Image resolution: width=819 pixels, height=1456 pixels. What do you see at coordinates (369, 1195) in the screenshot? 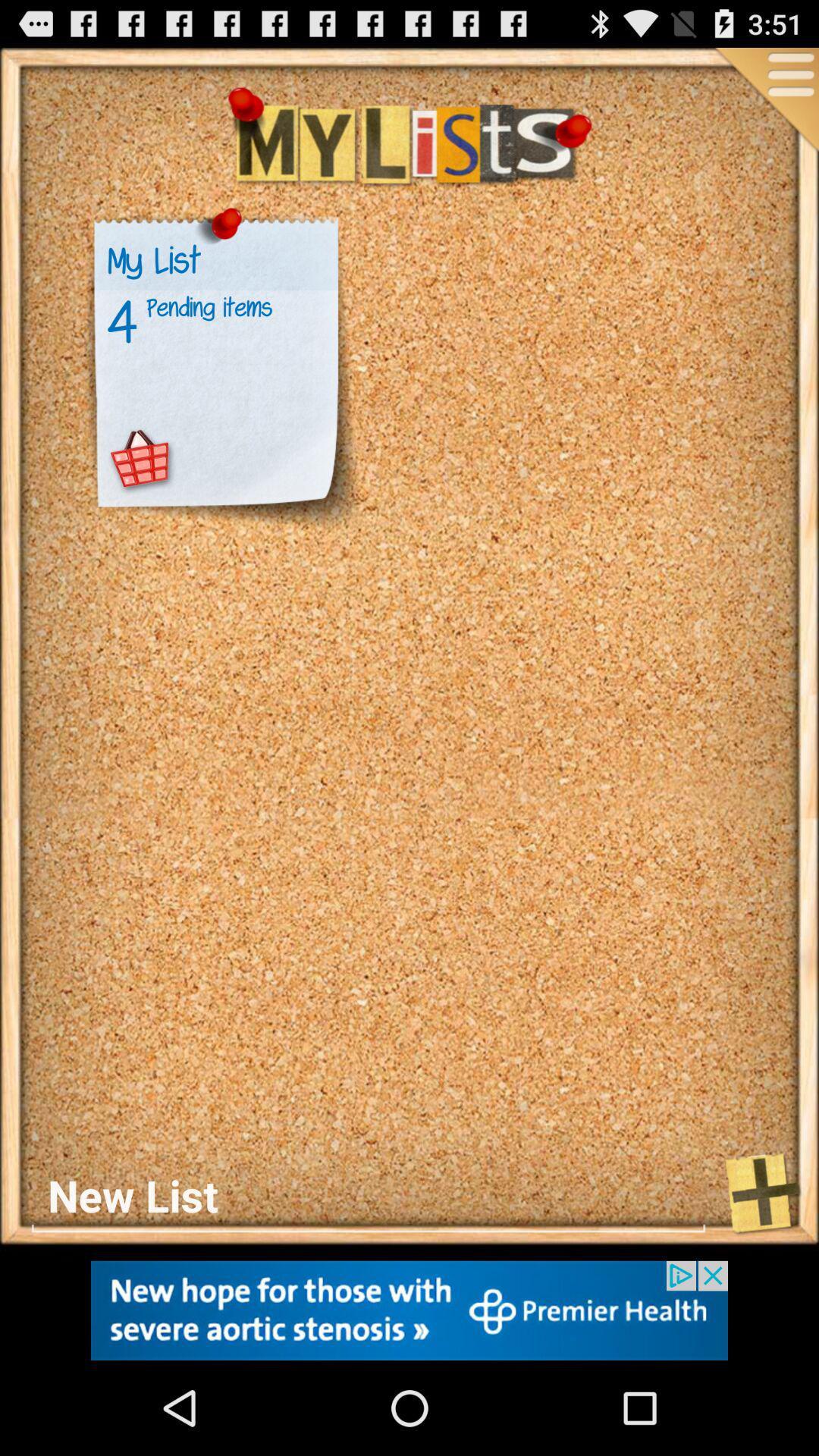
I see `see new list` at bounding box center [369, 1195].